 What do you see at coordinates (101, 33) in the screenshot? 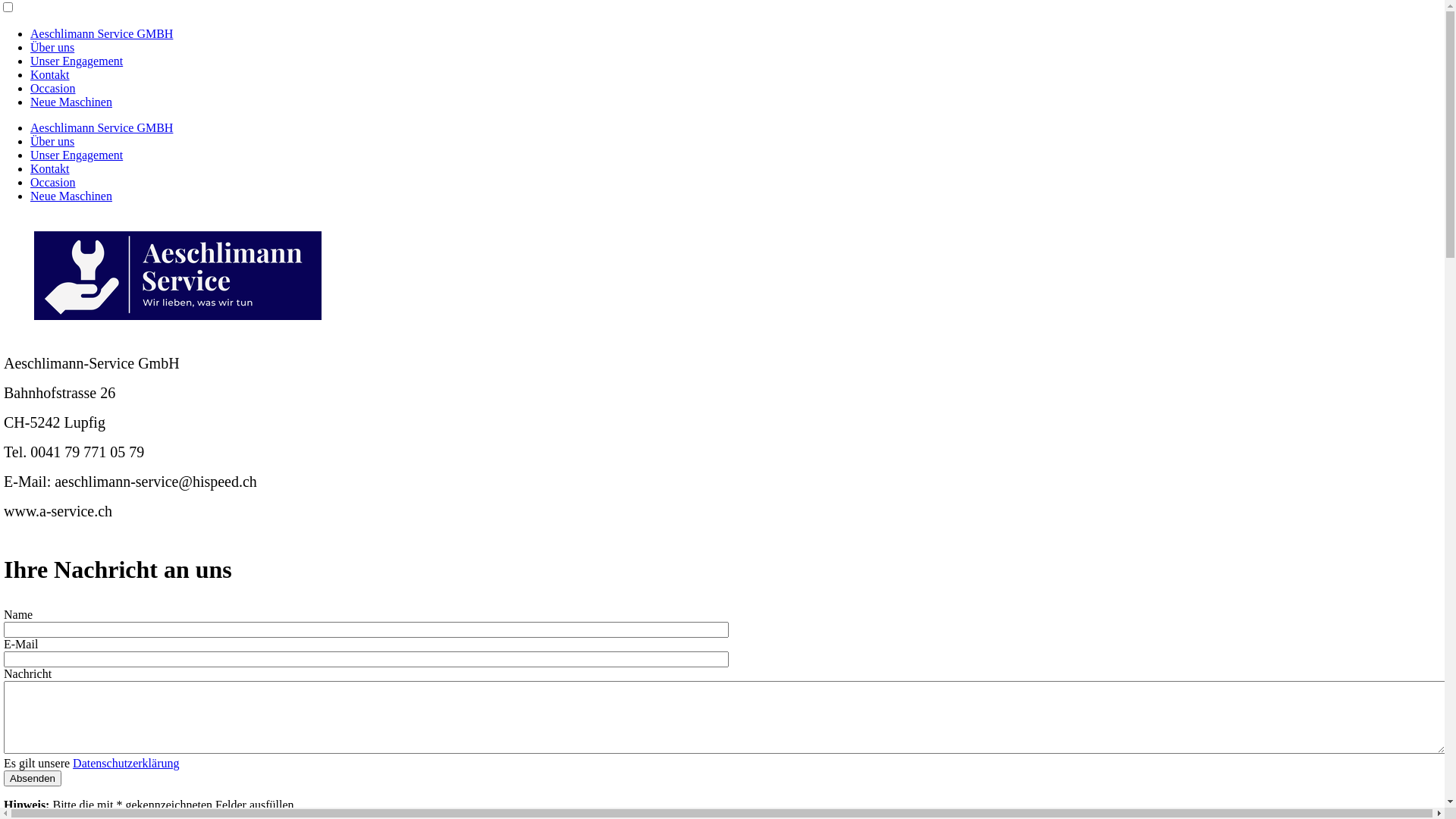
I see `'Aeschlimann Service GMBH'` at bounding box center [101, 33].